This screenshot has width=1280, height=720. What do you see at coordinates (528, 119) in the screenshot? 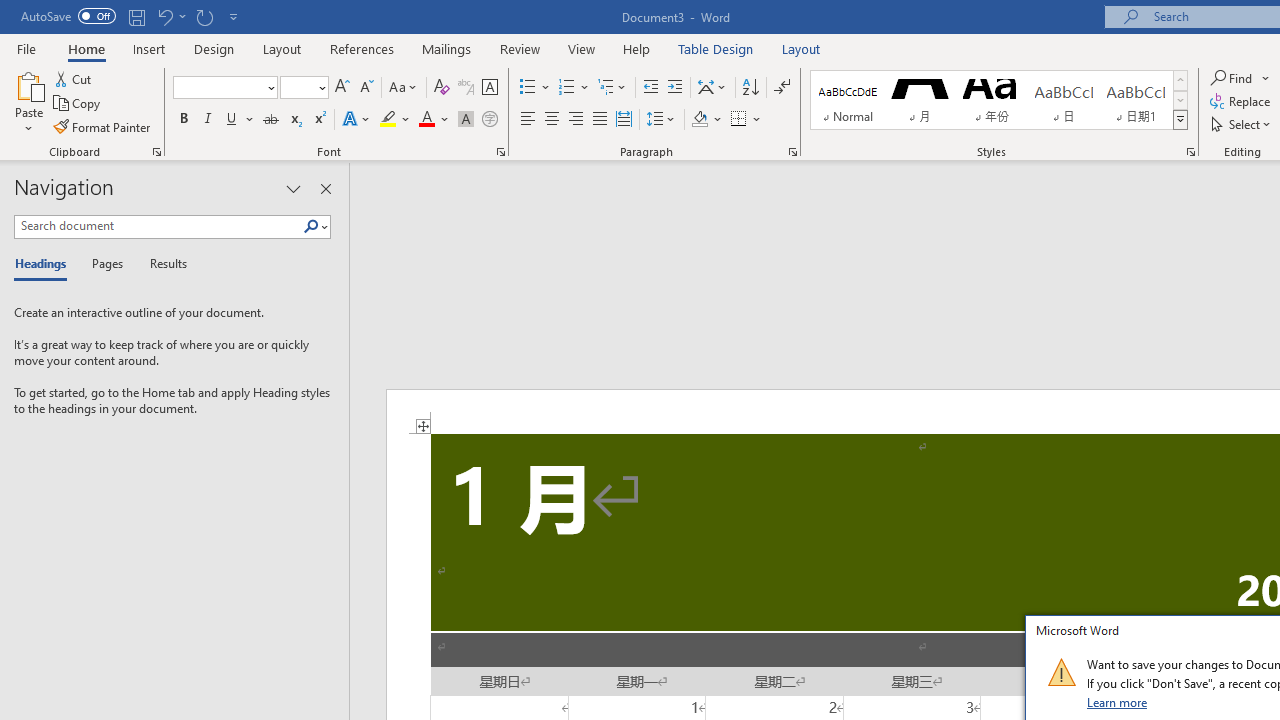
I see `'Align Left'` at bounding box center [528, 119].